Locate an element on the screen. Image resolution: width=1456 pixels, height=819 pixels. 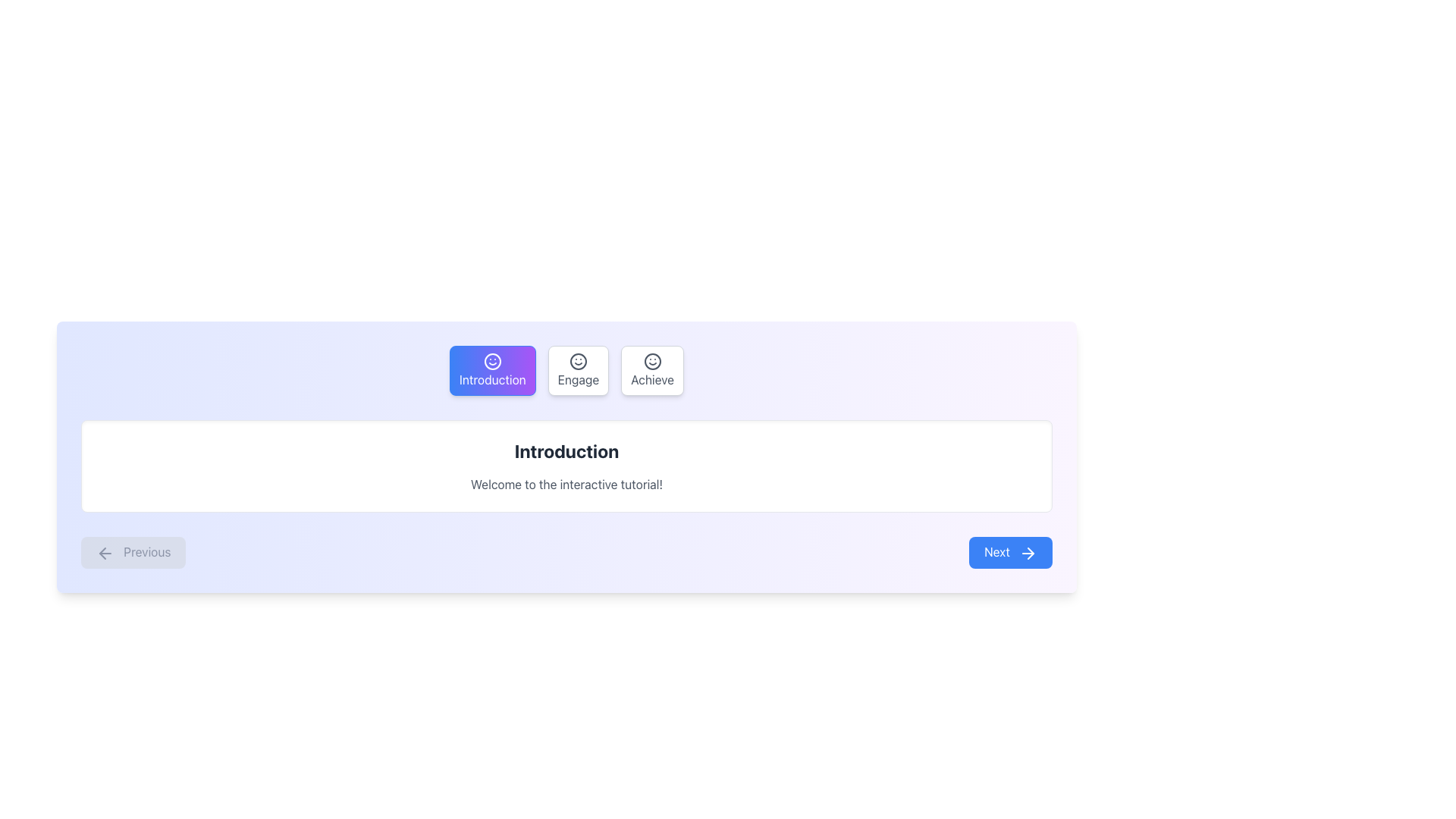
the right-pointing arrow icon within the 'Next' button located at the bottom right of the interface is located at coordinates (1031, 553).